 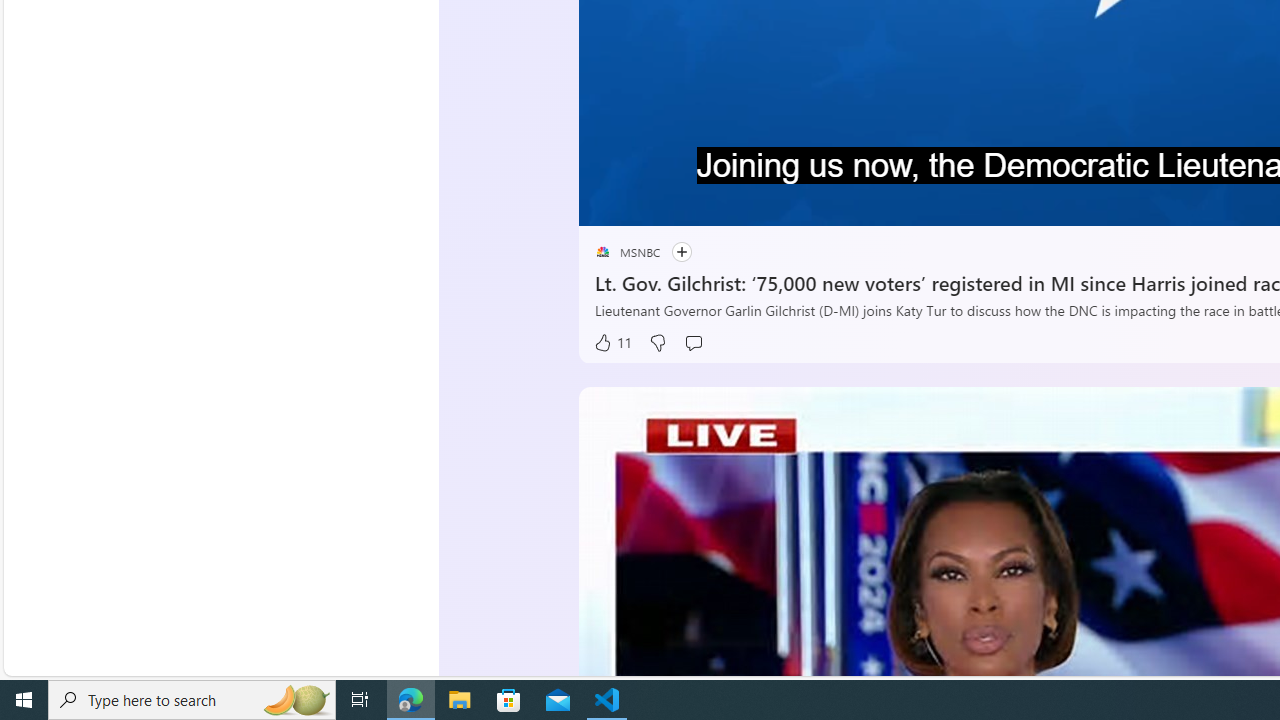 What do you see at coordinates (626, 251) in the screenshot?
I see `'placeholder MSNBC'` at bounding box center [626, 251].